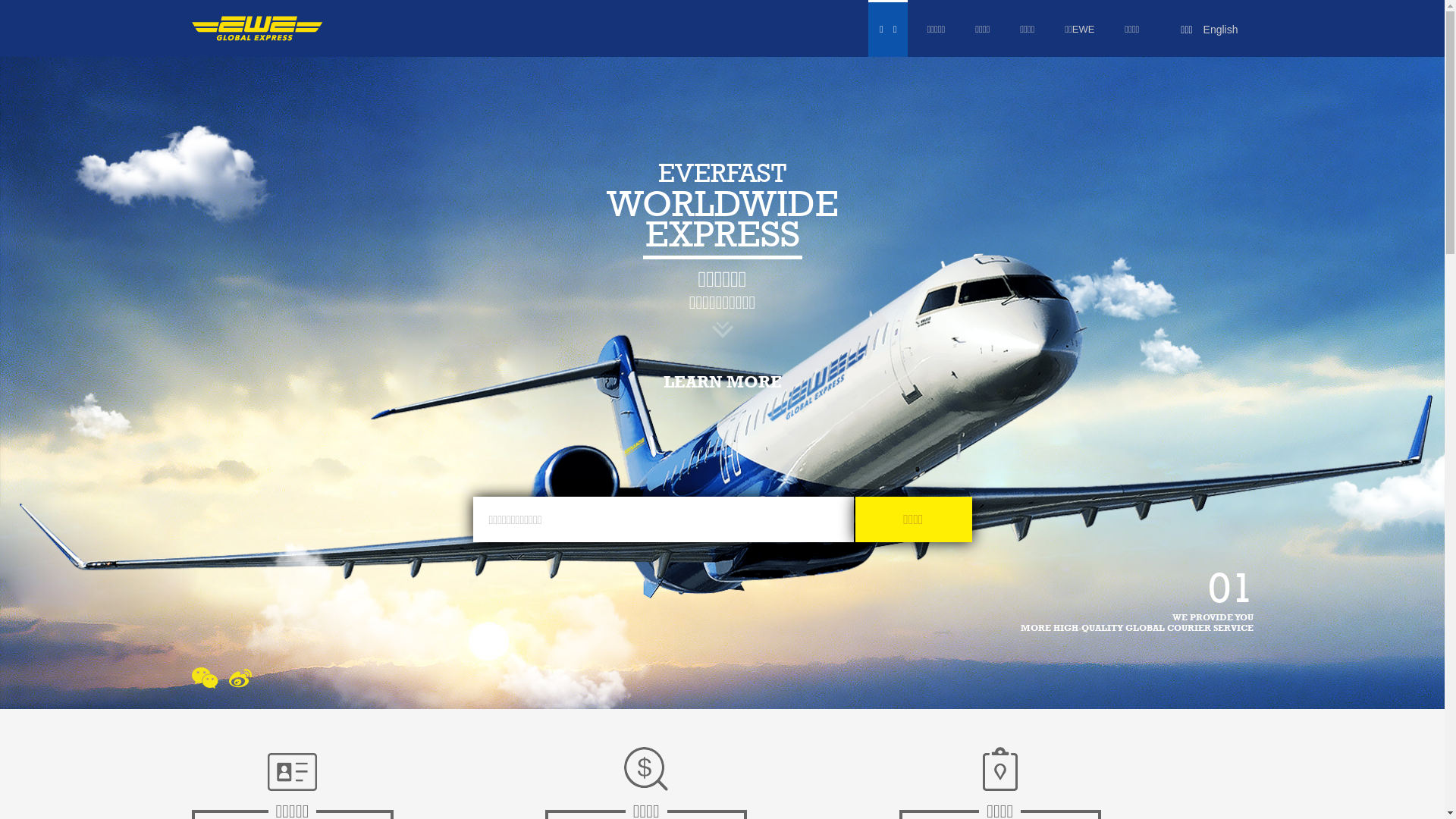  I want to click on 'English', so click(1220, 29).